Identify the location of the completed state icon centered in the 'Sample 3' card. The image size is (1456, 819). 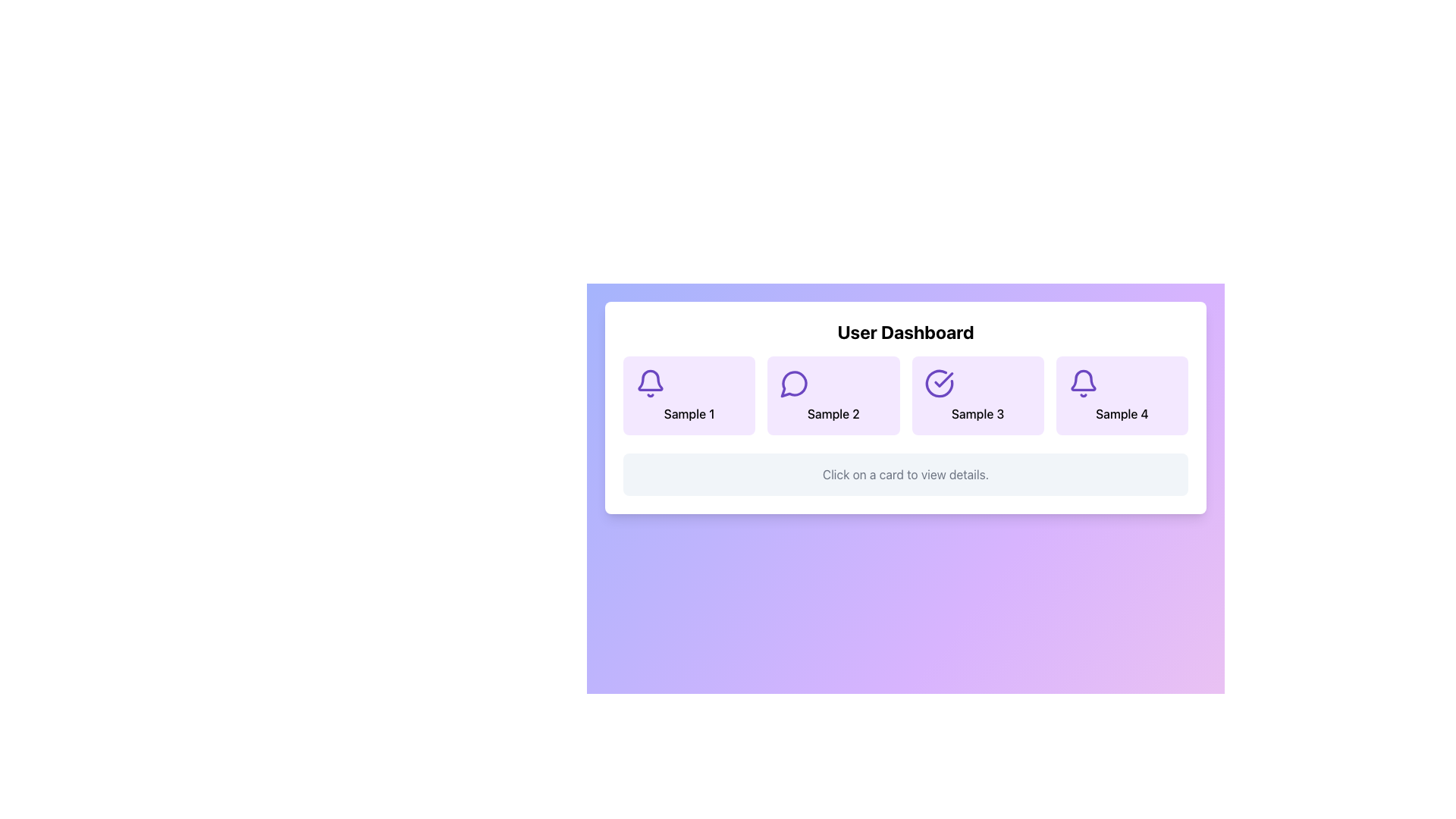
(938, 382).